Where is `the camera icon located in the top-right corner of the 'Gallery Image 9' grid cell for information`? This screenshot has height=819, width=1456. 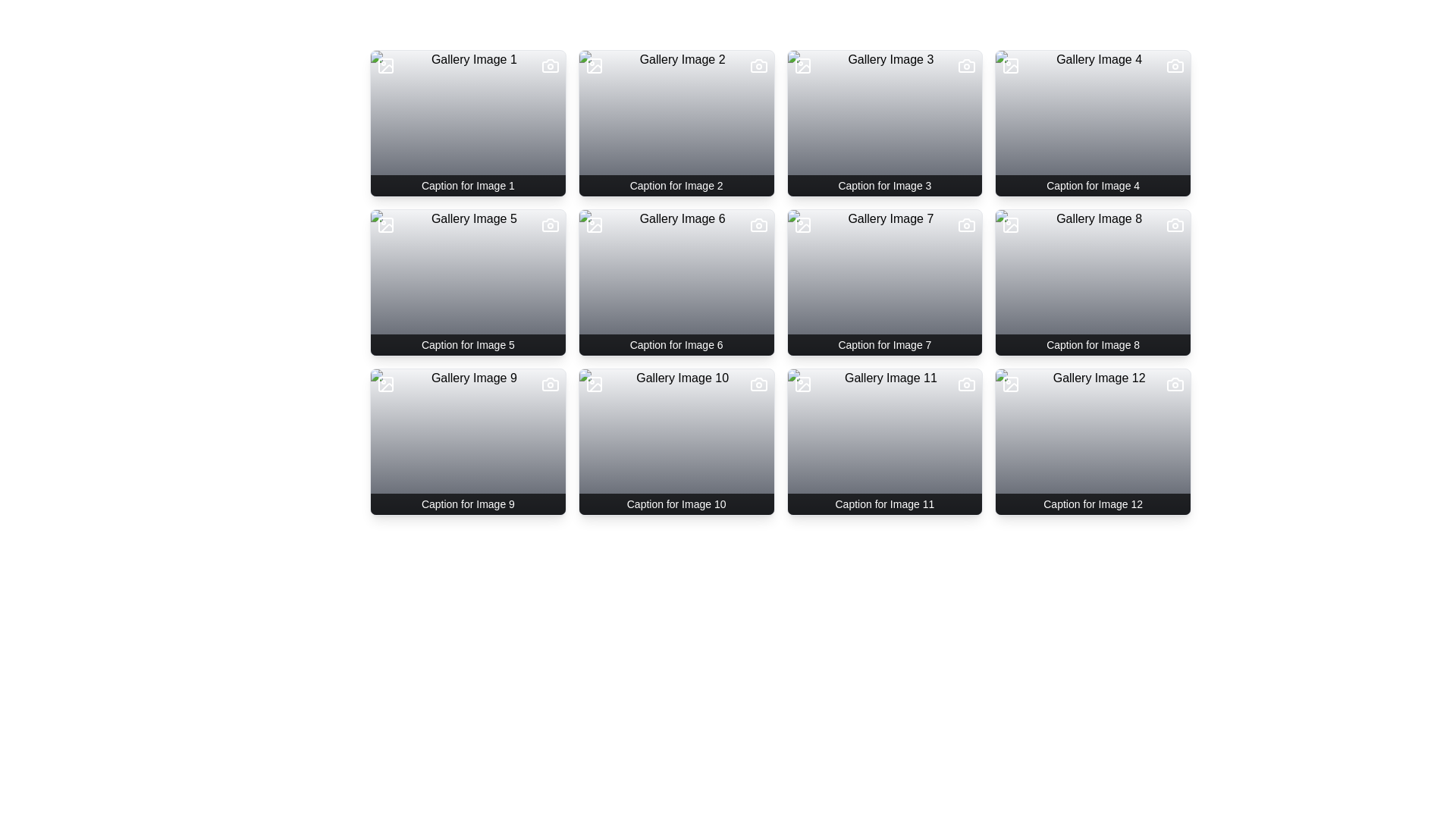
the camera icon located in the top-right corner of the 'Gallery Image 9' grid cell for information is located at coordinates (549, 383).